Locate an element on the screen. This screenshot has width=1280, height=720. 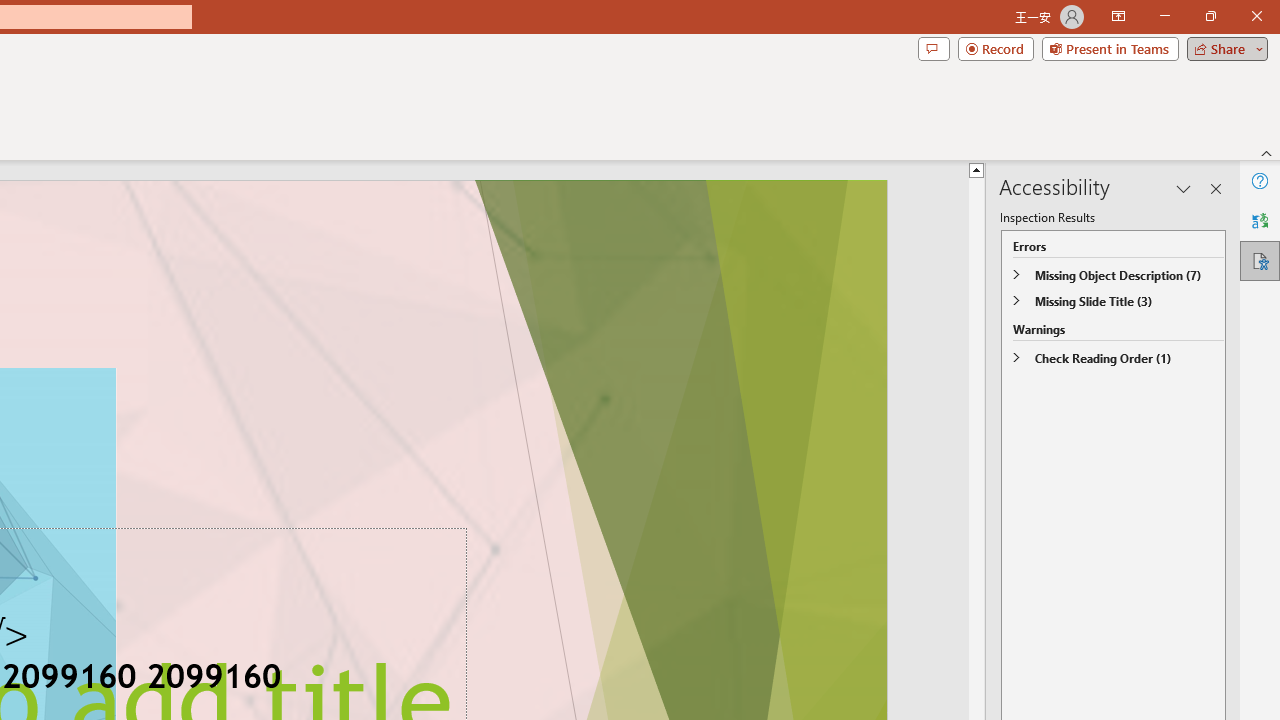
'Collapse the Ribbon' is located at coordinates (1266, 152).